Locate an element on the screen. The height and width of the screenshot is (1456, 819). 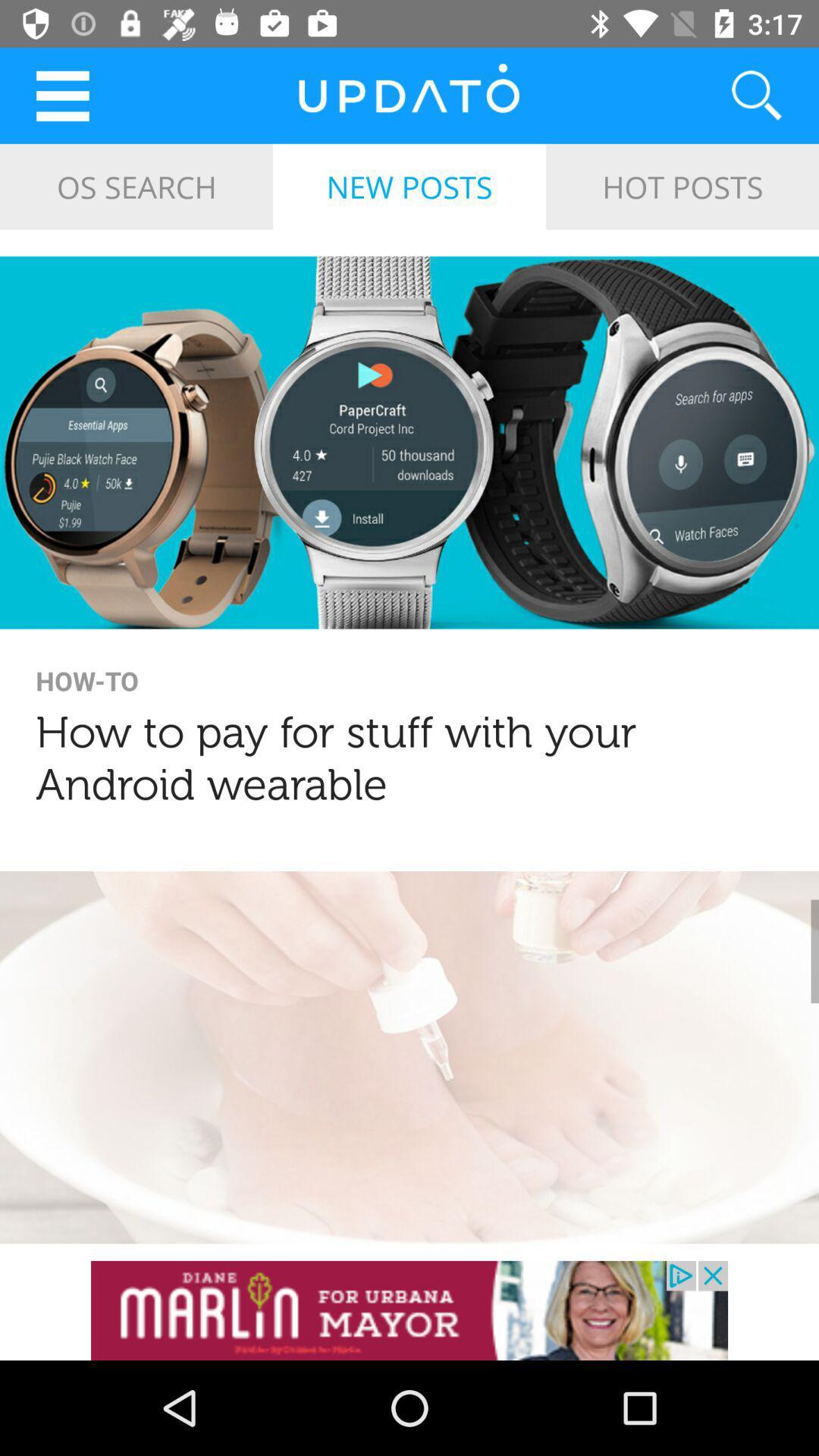
the menu icon is located at coordinates (61, 95).